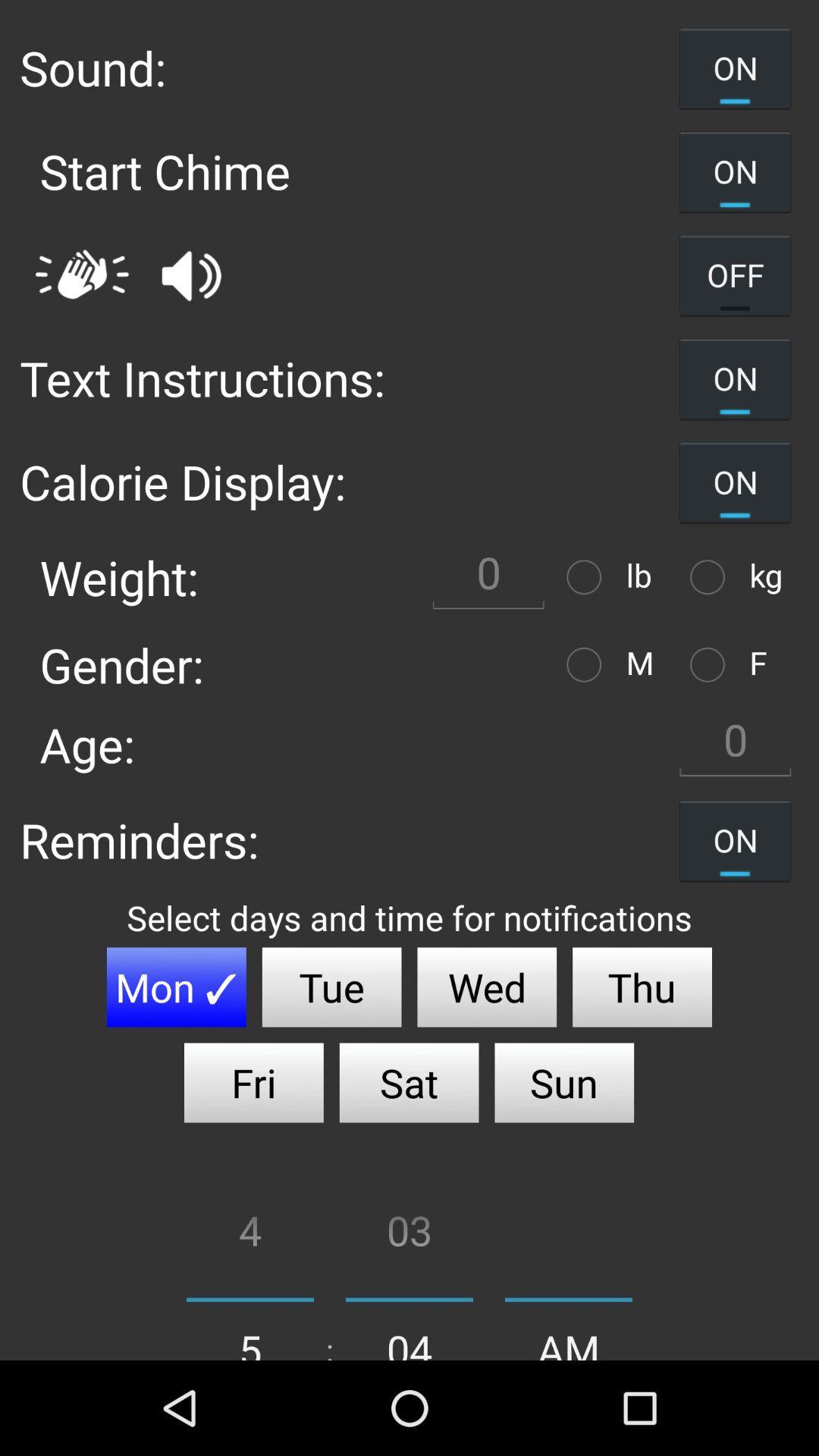 This screenshot has height=1456, width=819. I want to click on weight meter, so click(587, 576).